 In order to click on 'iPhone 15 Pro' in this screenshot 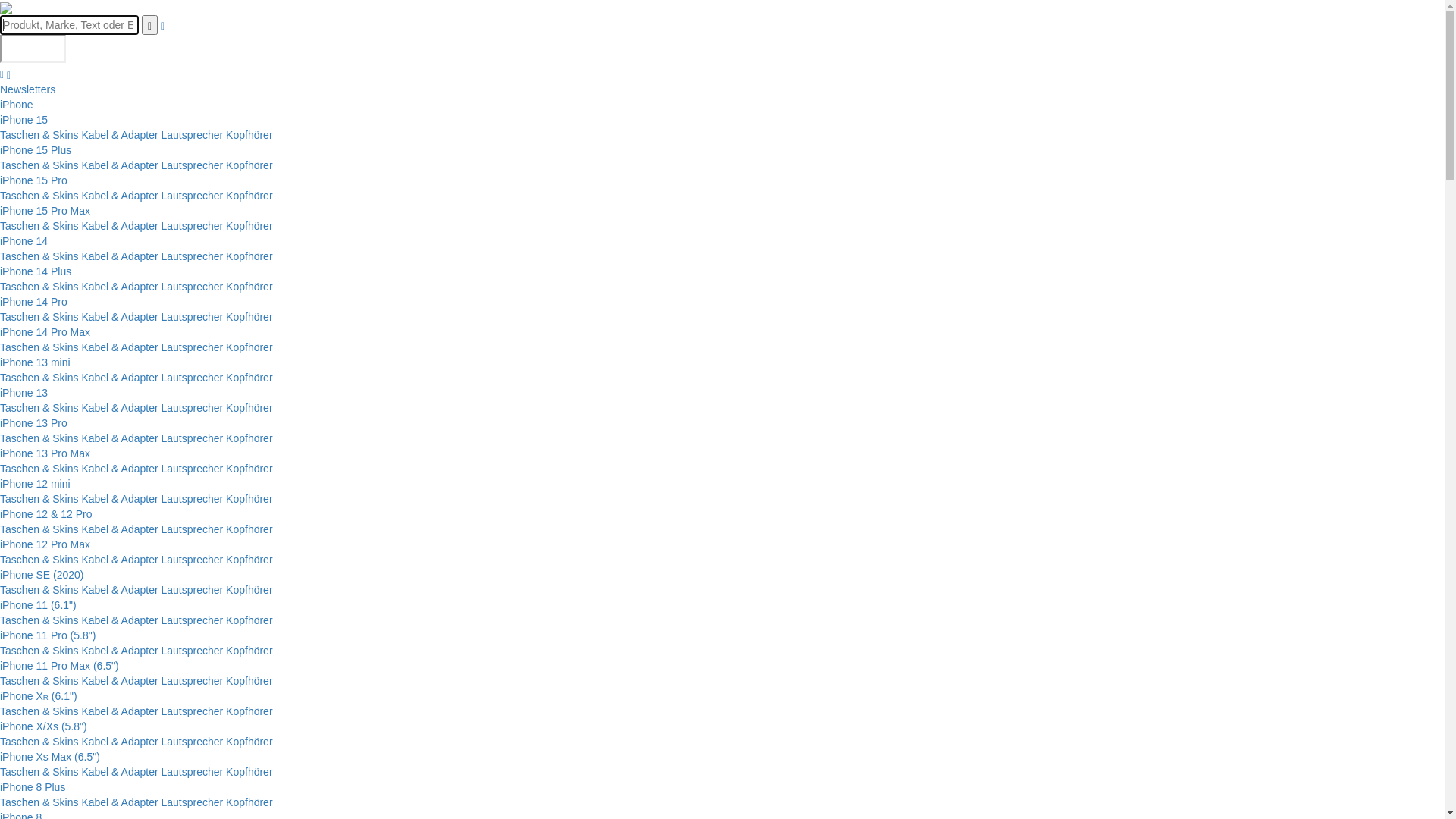, I will do `click(0, 180)`.